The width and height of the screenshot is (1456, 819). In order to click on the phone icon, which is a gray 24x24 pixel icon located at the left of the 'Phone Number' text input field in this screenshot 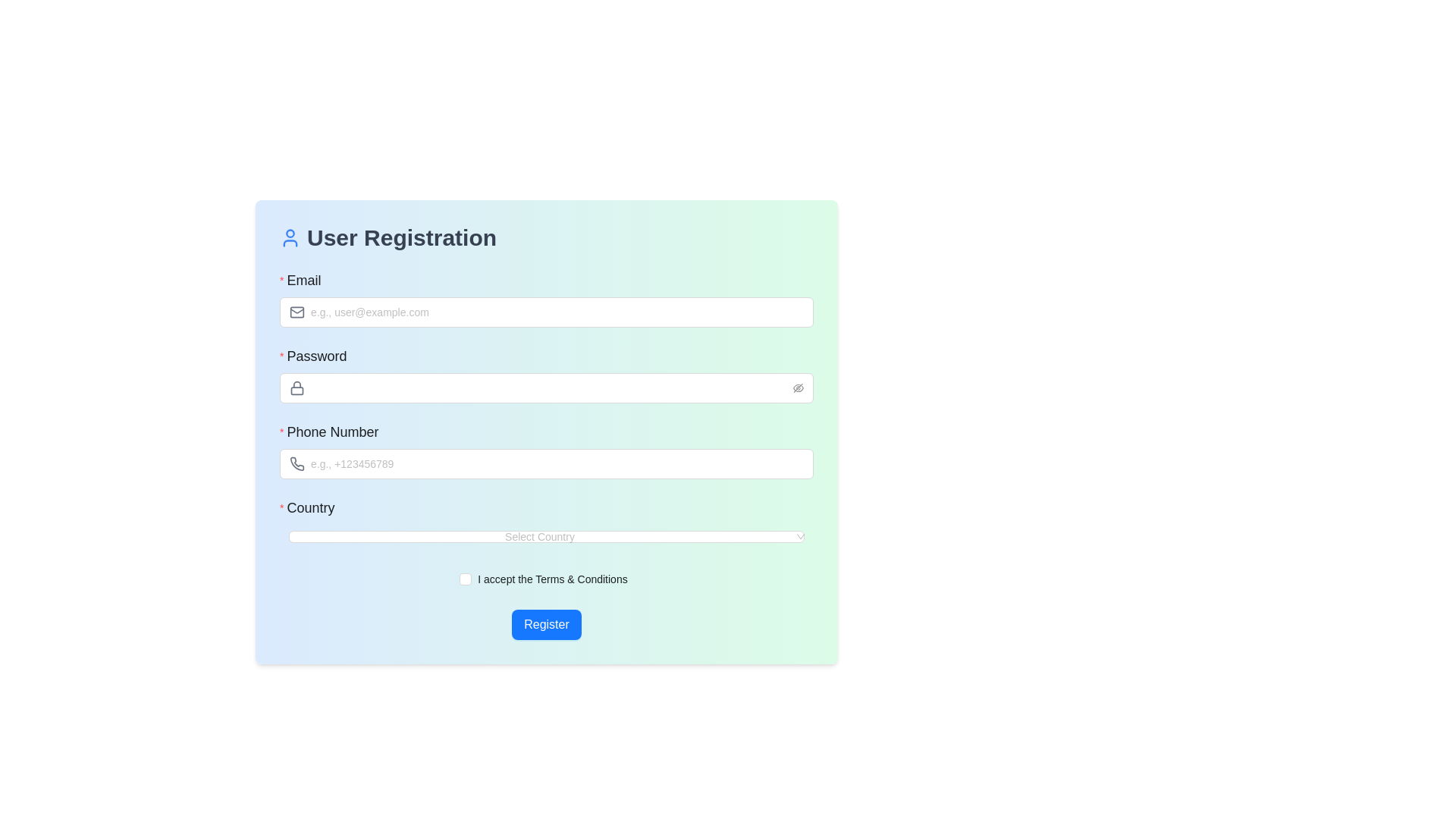, I will do `click(298, 463)`.